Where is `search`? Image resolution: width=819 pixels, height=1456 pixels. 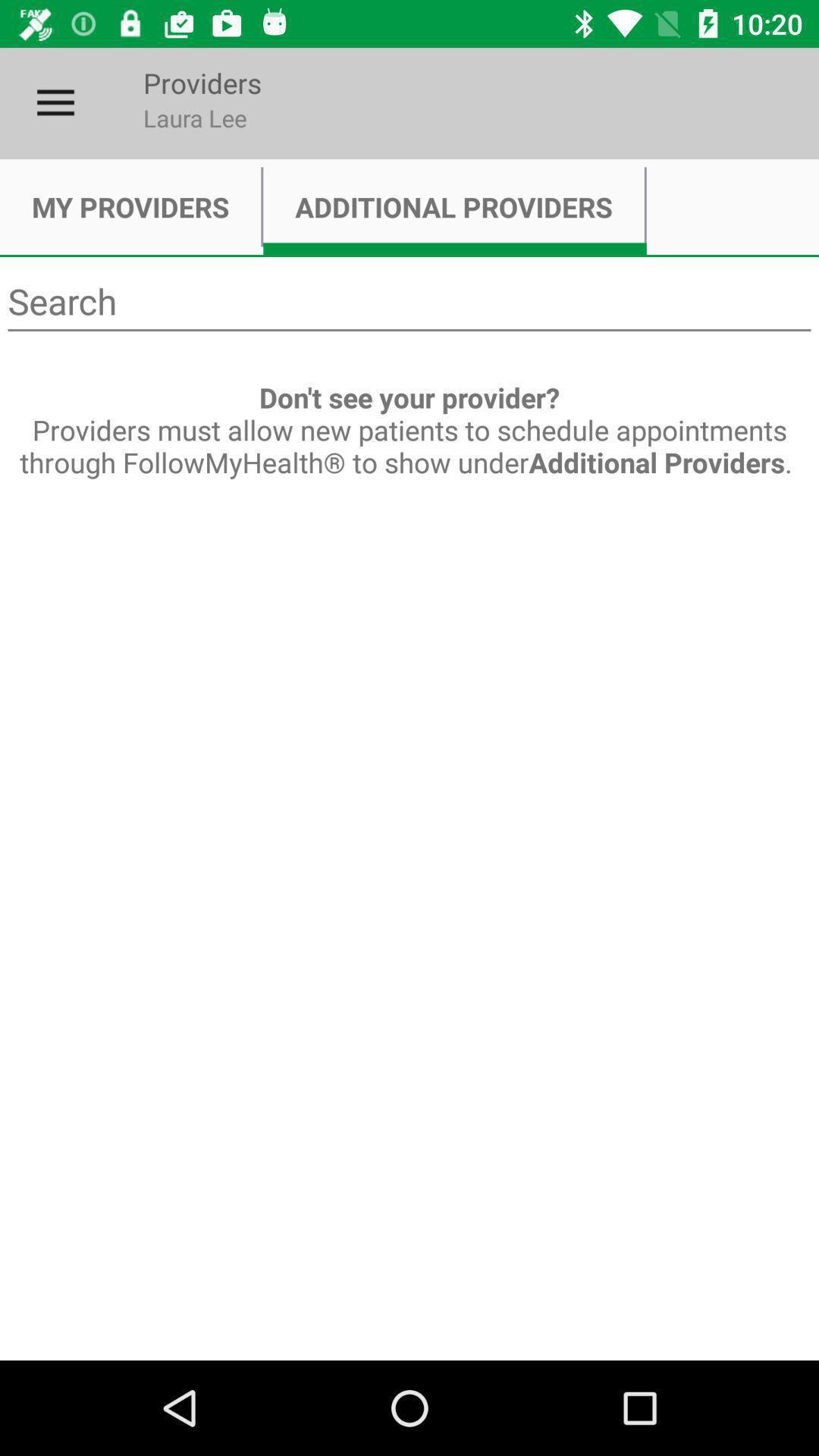 search is located at coordinates (409, 302).